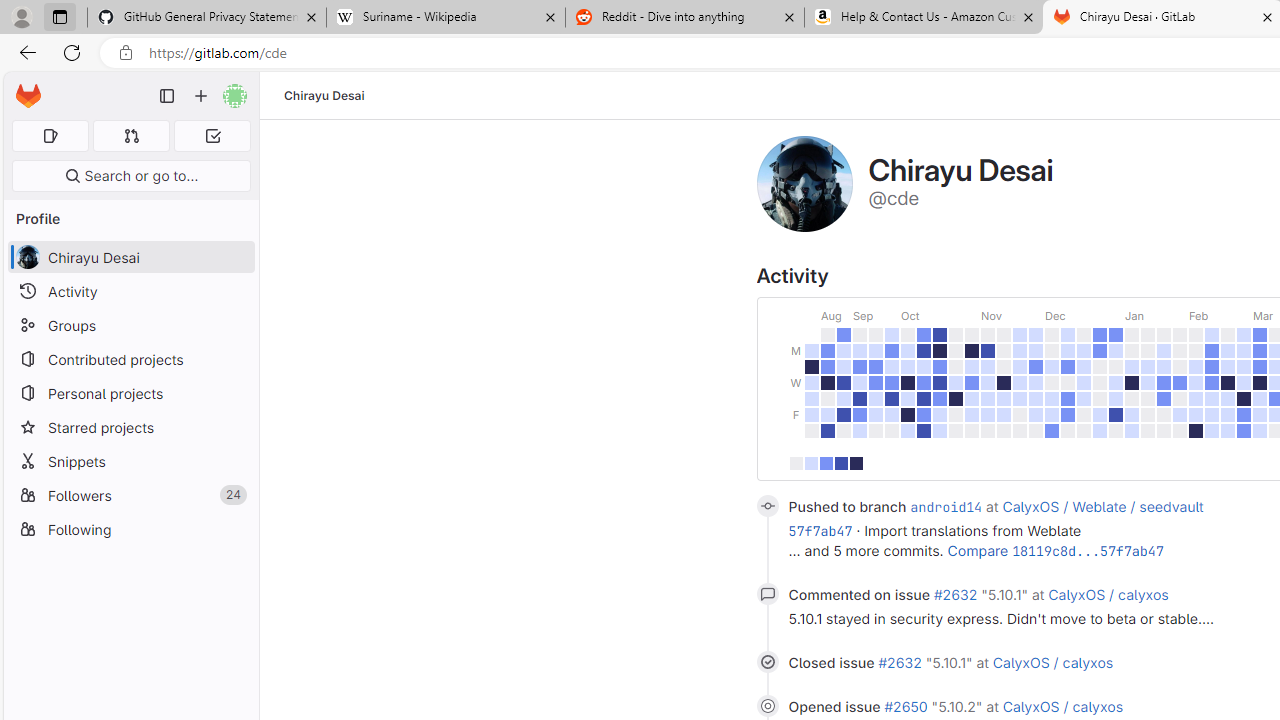 Image resolution: width=1280 pixels, height=720 pixels. I want to click on 'Chirayu Desai', so click(324, 95).